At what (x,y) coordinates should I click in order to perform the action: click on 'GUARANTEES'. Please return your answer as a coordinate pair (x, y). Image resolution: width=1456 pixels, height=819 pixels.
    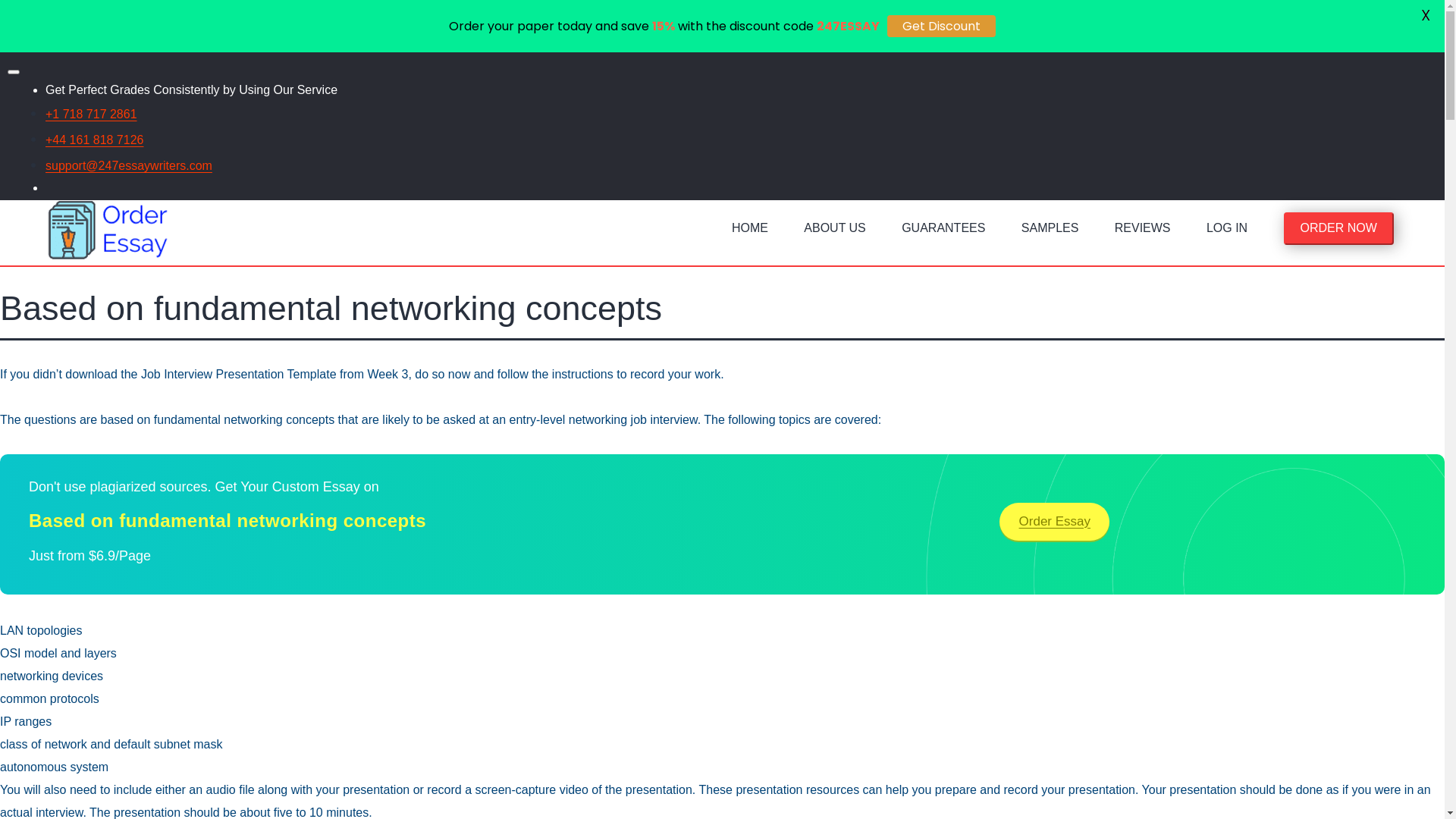
    Looking at the image, I should click on (892, 232).